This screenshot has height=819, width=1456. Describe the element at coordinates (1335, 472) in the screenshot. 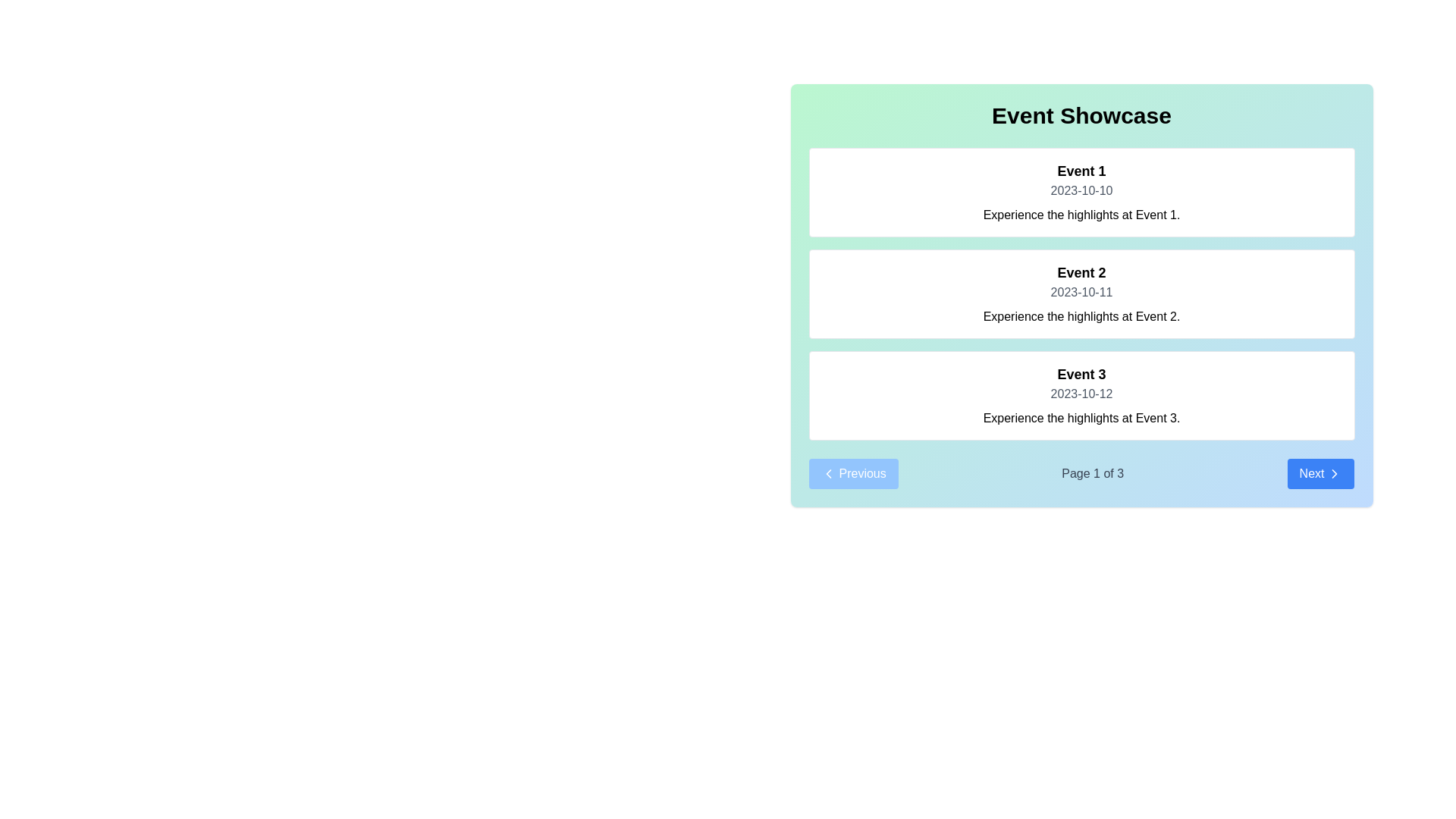

I see `the small chevron-right icon, which is styled as an arrow pointing to the right, located next to the 'Next' button to initiate navigation` at that location.